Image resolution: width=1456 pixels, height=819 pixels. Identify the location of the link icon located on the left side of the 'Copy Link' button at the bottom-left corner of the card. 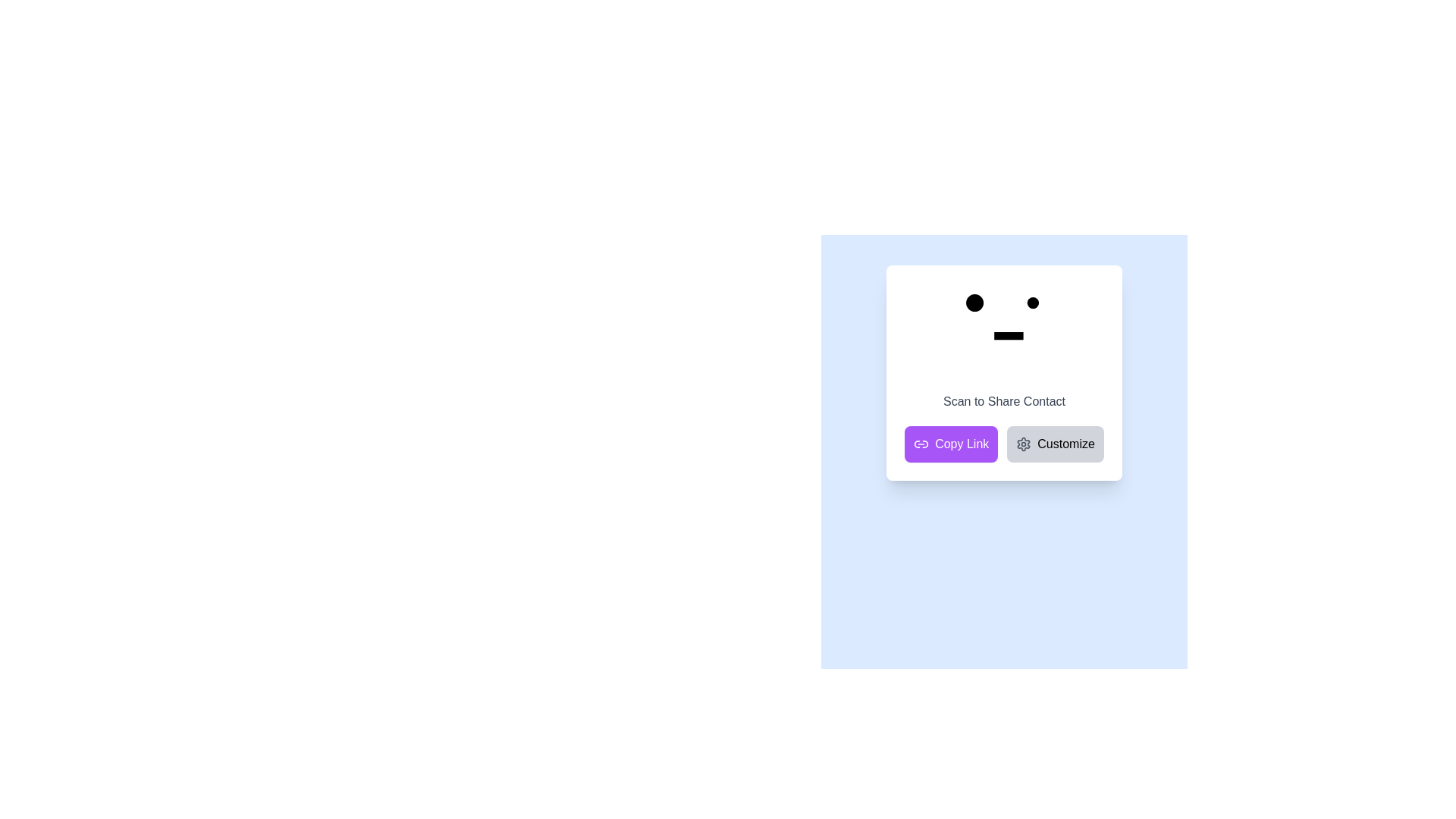
(921, 444).